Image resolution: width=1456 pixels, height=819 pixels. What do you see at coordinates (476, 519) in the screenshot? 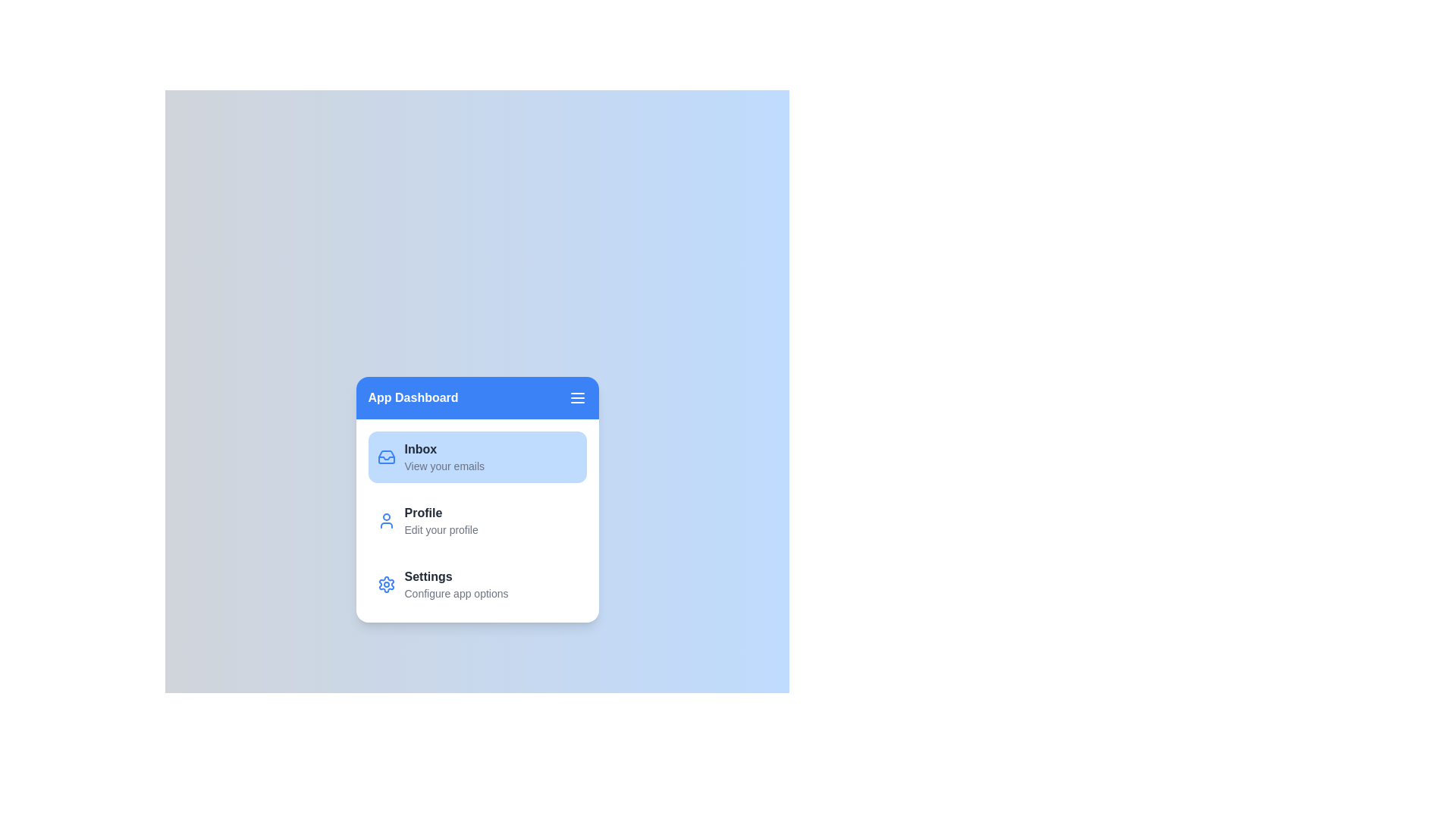
I see `the section Profile from the sidebar menu` at bounding box center [476, 519].